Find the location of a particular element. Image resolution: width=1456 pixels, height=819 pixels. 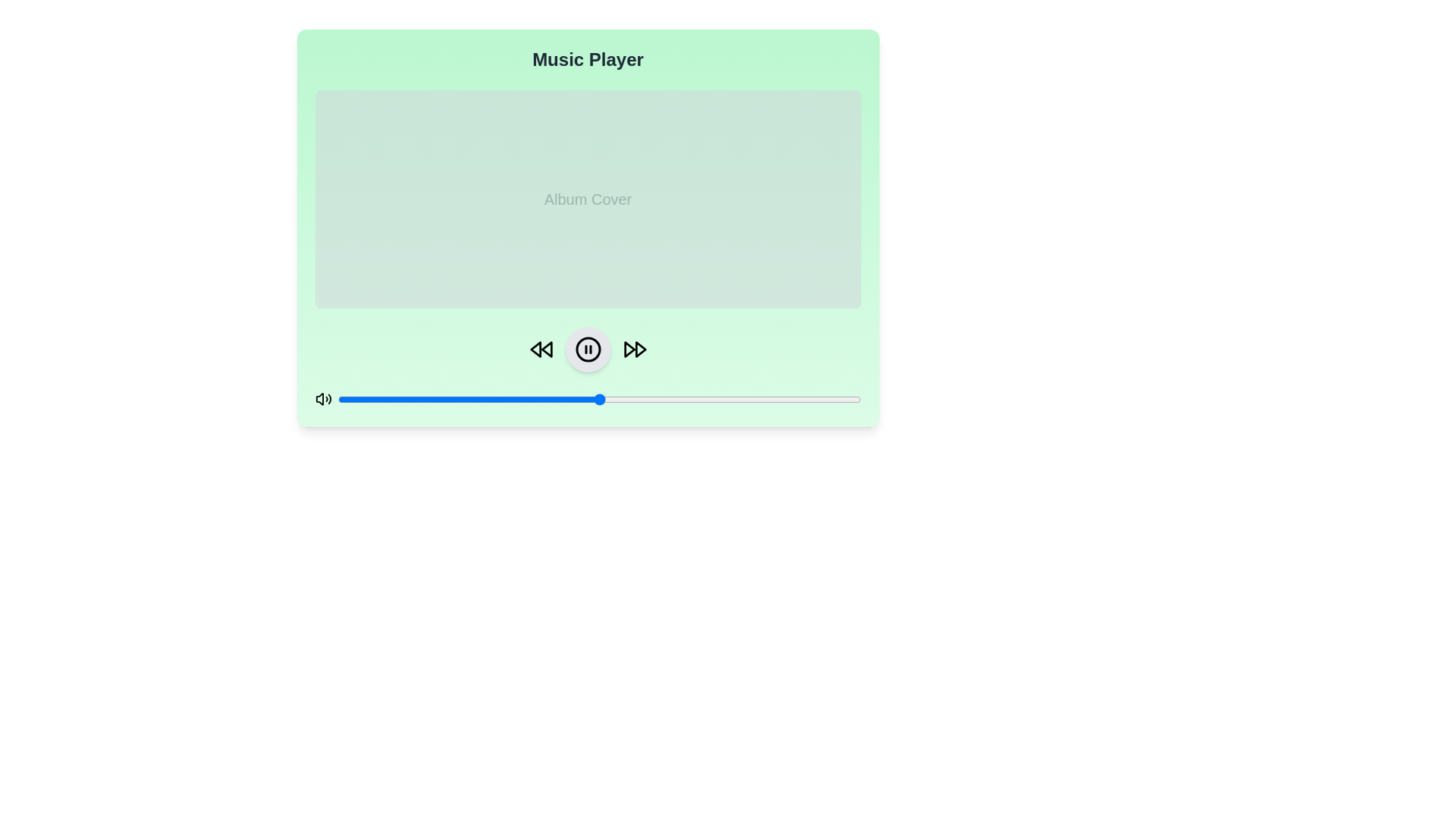

the slider position is located at coordinates (777, 399).